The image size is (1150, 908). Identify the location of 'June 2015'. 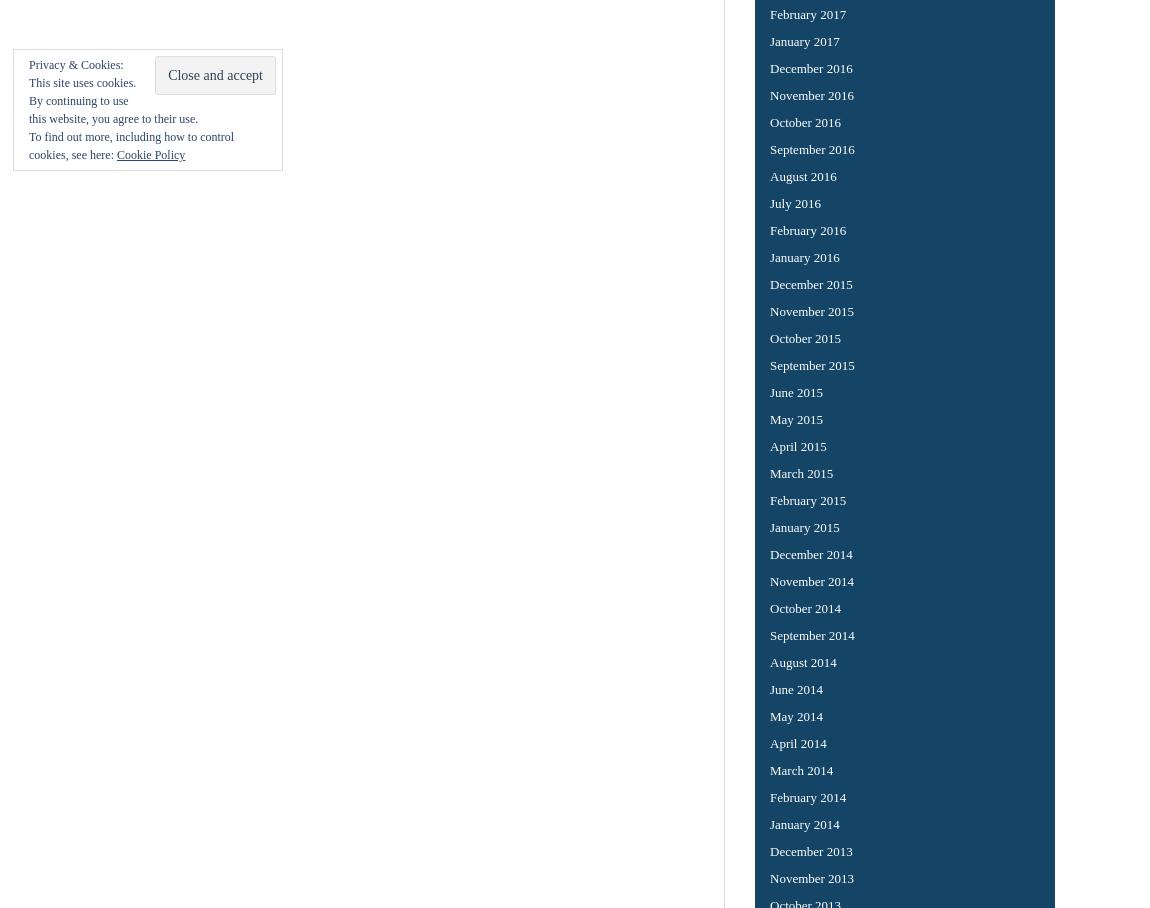
(769, 390).